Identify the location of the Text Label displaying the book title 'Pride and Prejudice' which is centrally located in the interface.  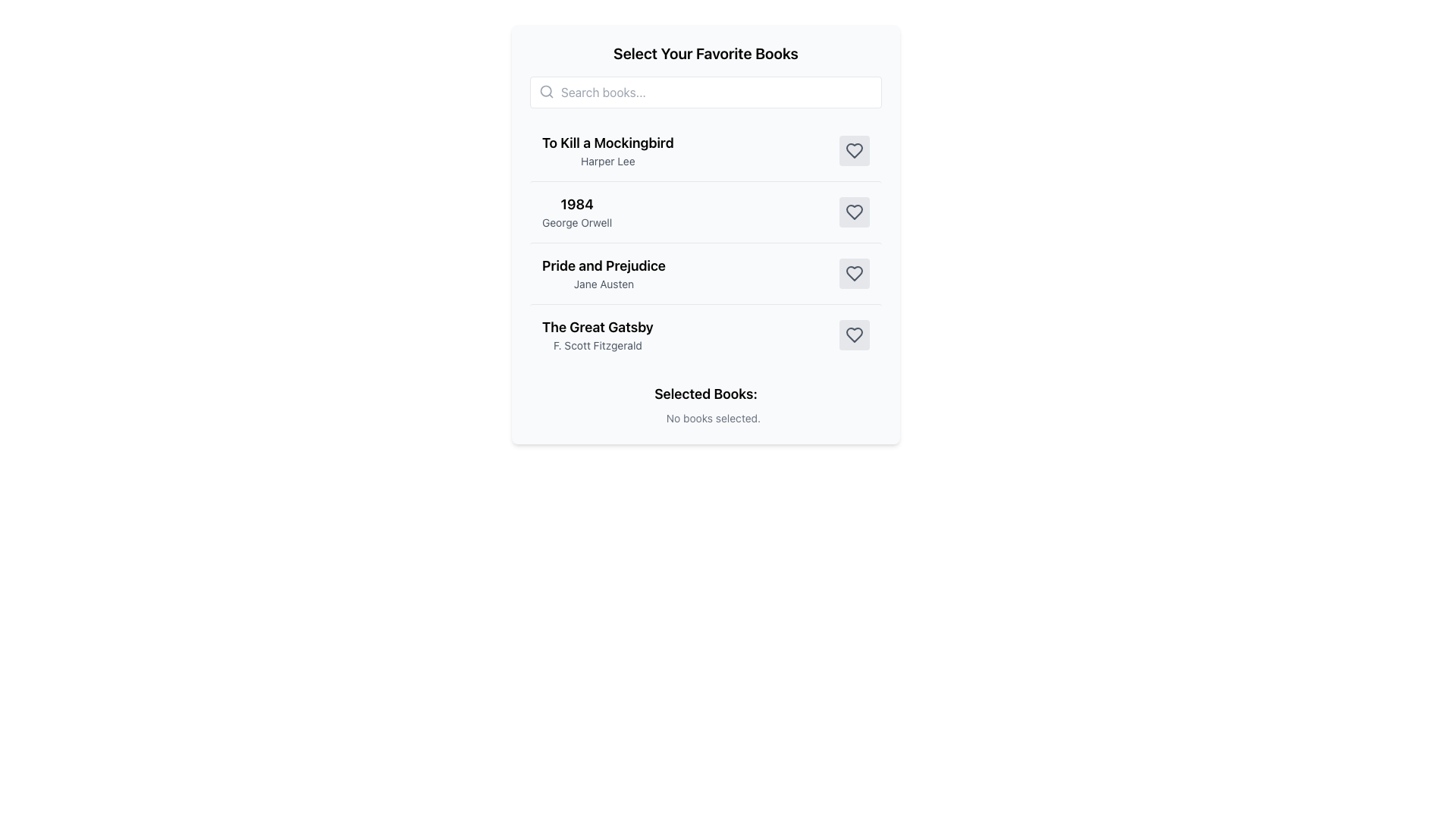
(603, 265).